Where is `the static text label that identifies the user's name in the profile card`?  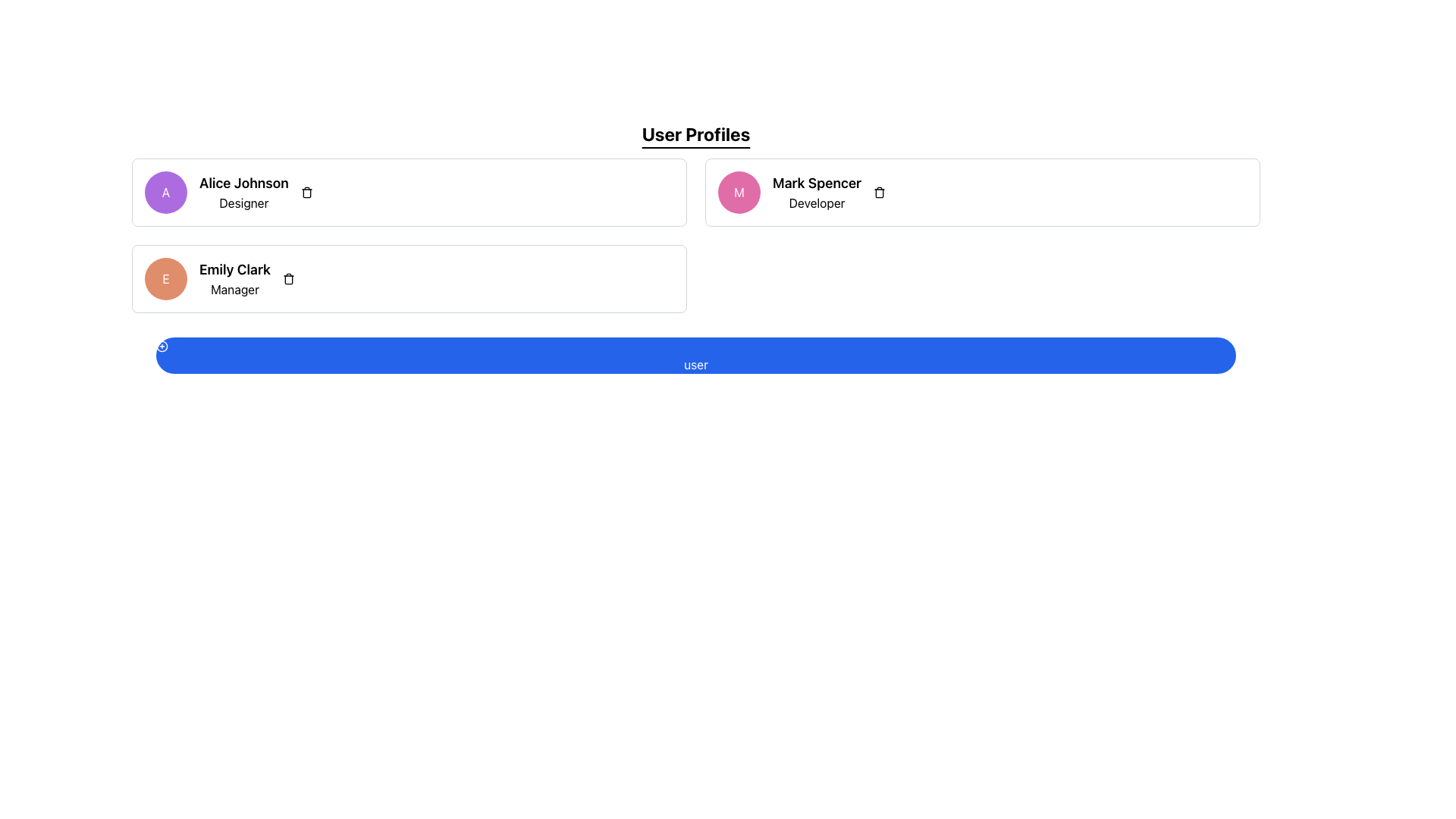 the static text label that identifies the user's name in the profile card is located at coordinates (243, 183).